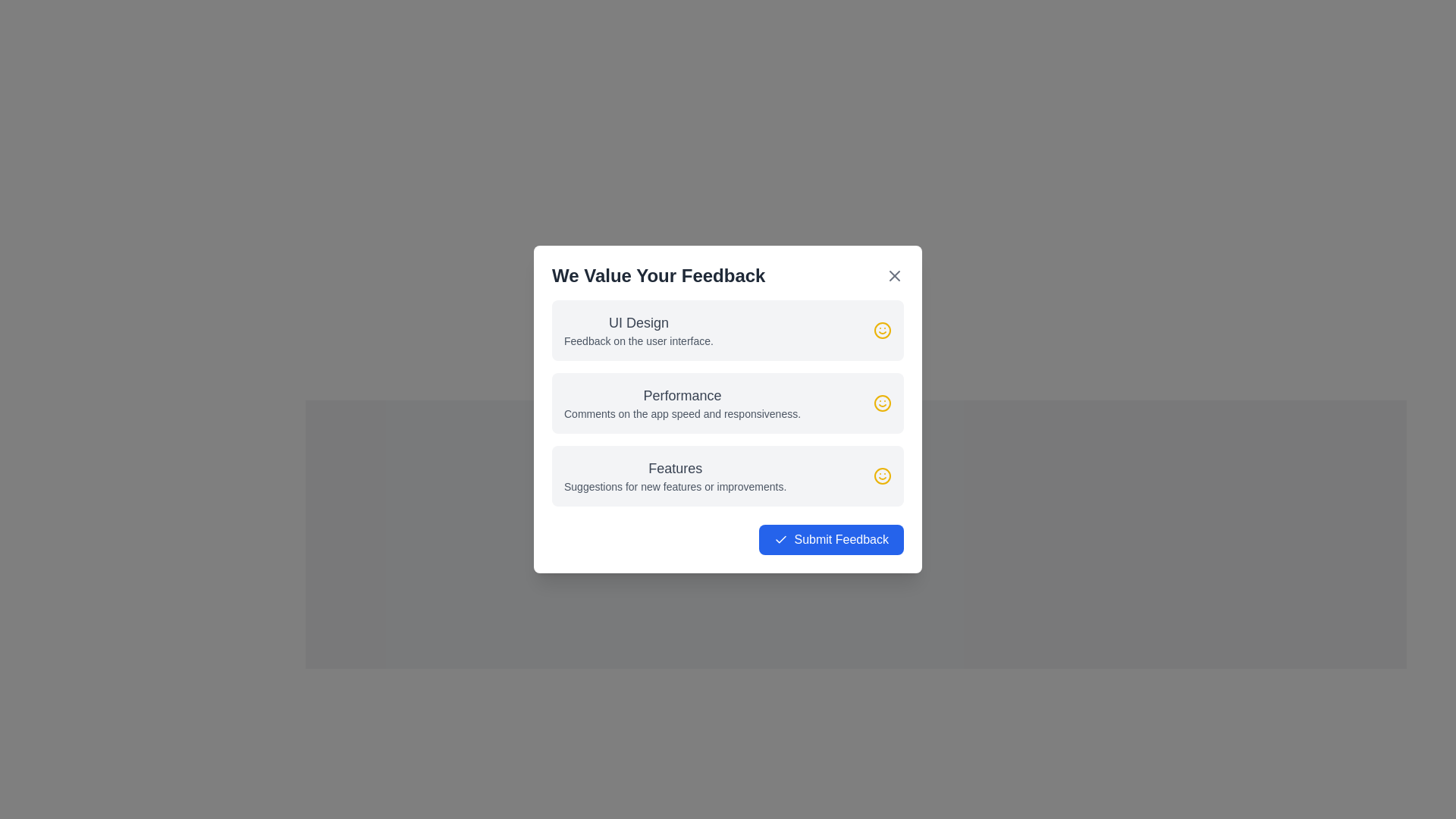 The height and width of the screenshot is (819, 1456). Describe the element at coordinates (882, 403) in the screenshot. I see `the yellow outlined, circular smiling face icon located on the right side of the 'Performance' feedback section within the feedback modal` at that location.